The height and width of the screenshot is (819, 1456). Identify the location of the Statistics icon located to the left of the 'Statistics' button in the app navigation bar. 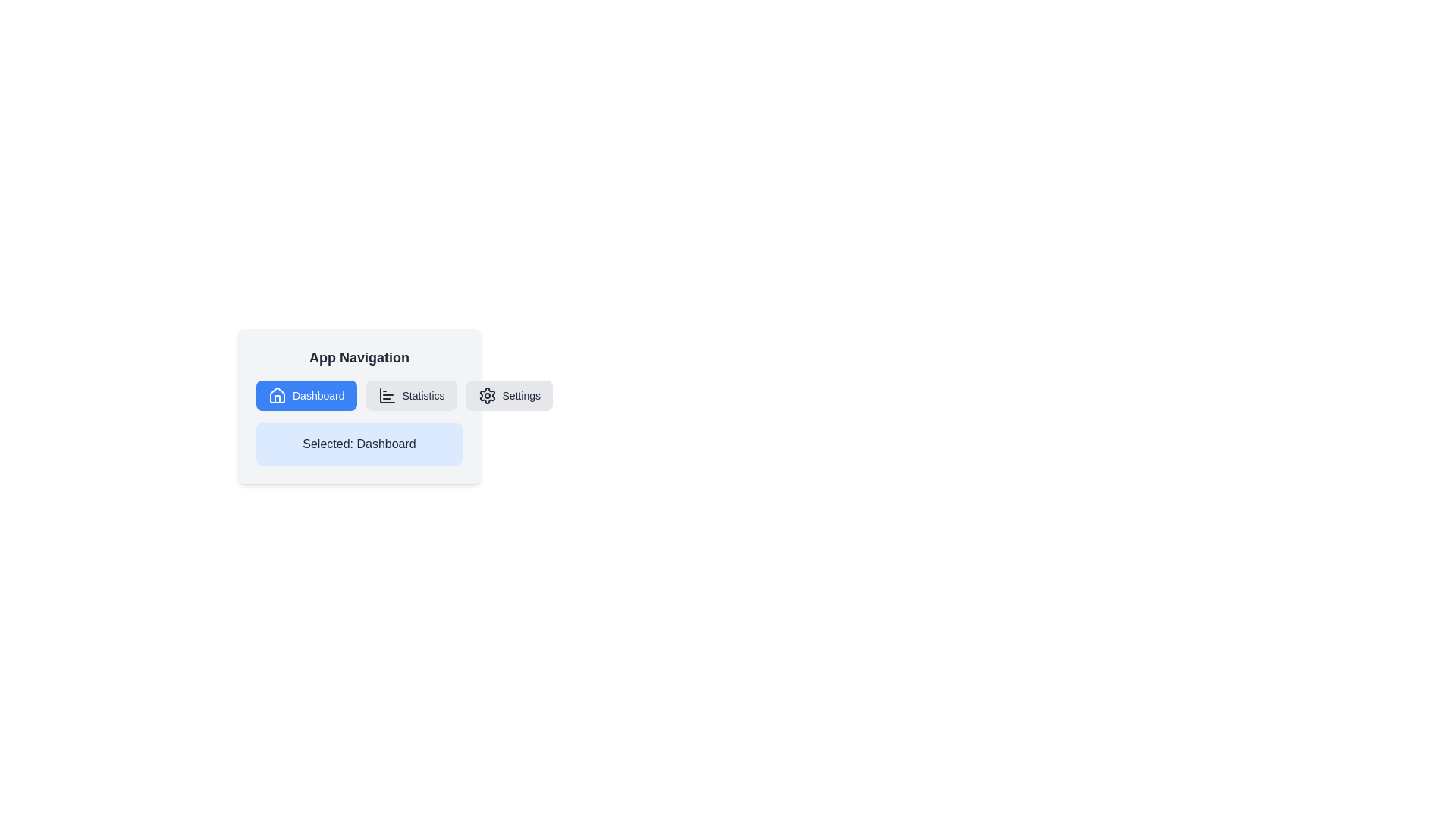
(387, 394).